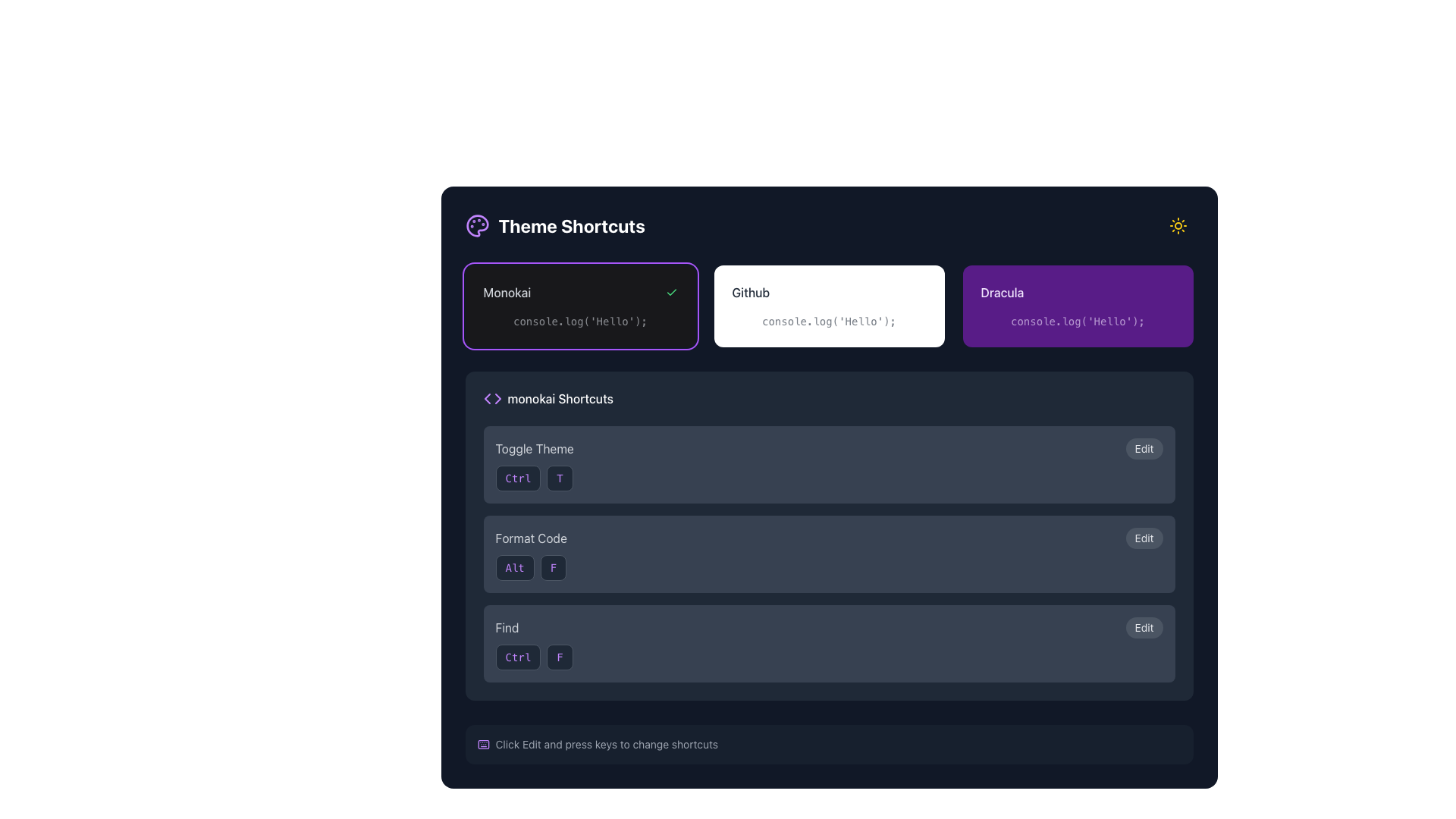 The width and height of the screenshot is (1456, 819). Describe the element at coordinates (482, 744) in the screenshot. I see `the SVG rectangle graphic representing a keyboard within the dark-themed interface, located in the top-right section of the application` at that location.